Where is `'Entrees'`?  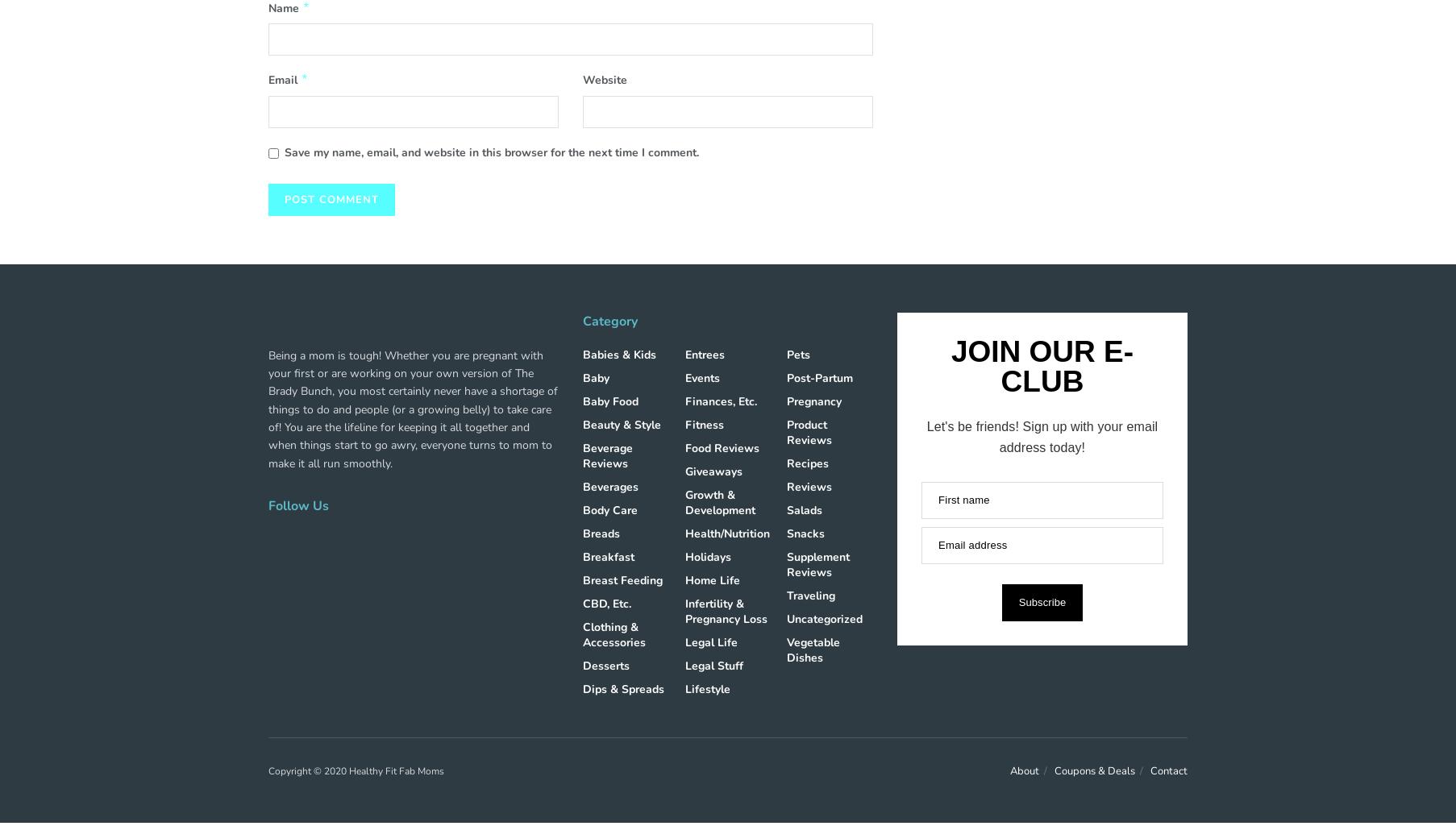
'Entrees' is located at coordinates (704, 353).